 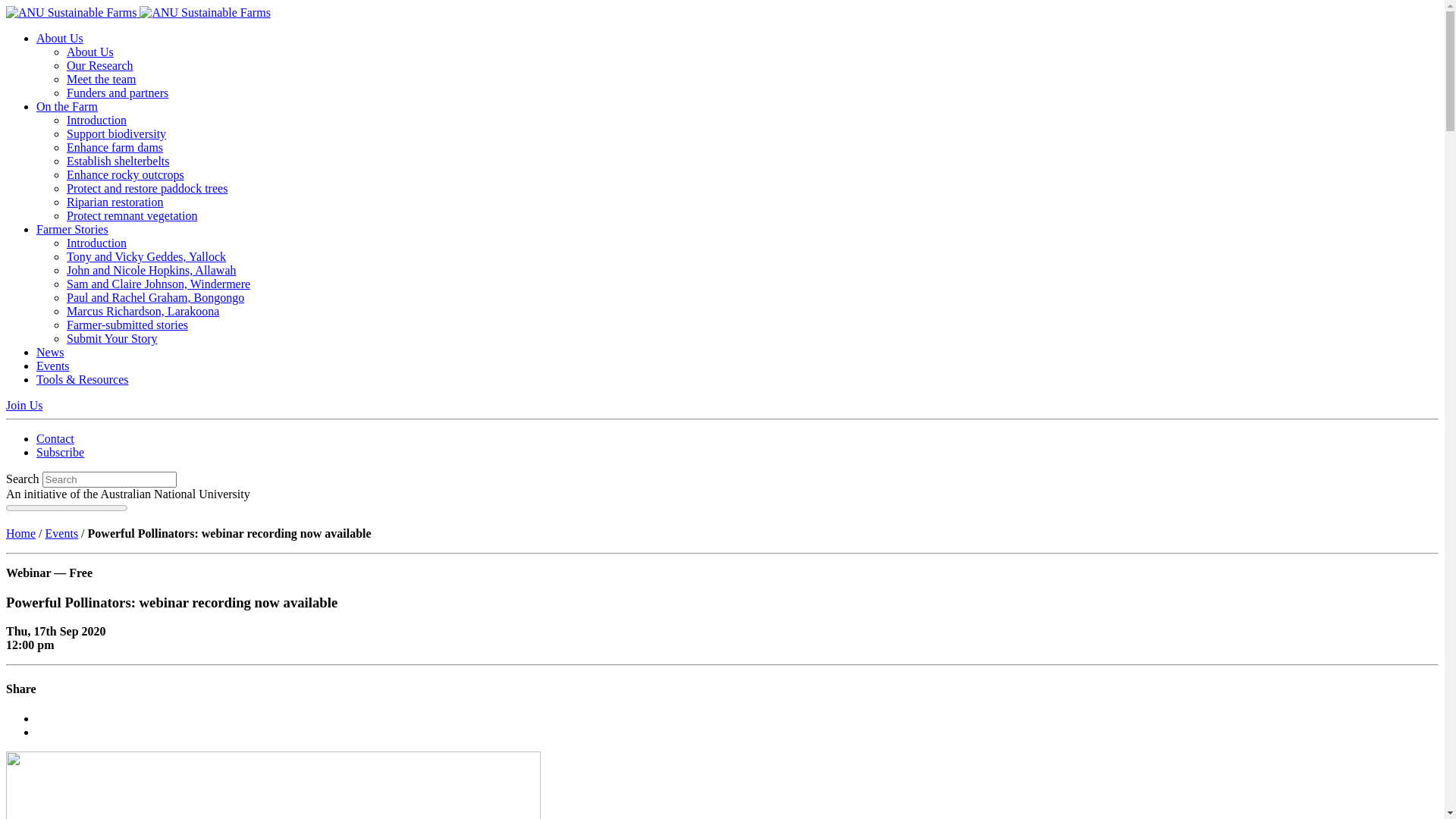 What do you see at coordinates (115, 133) in the screenshot?
I see `'Support biodiversity'` at bounding box center [115, 133].